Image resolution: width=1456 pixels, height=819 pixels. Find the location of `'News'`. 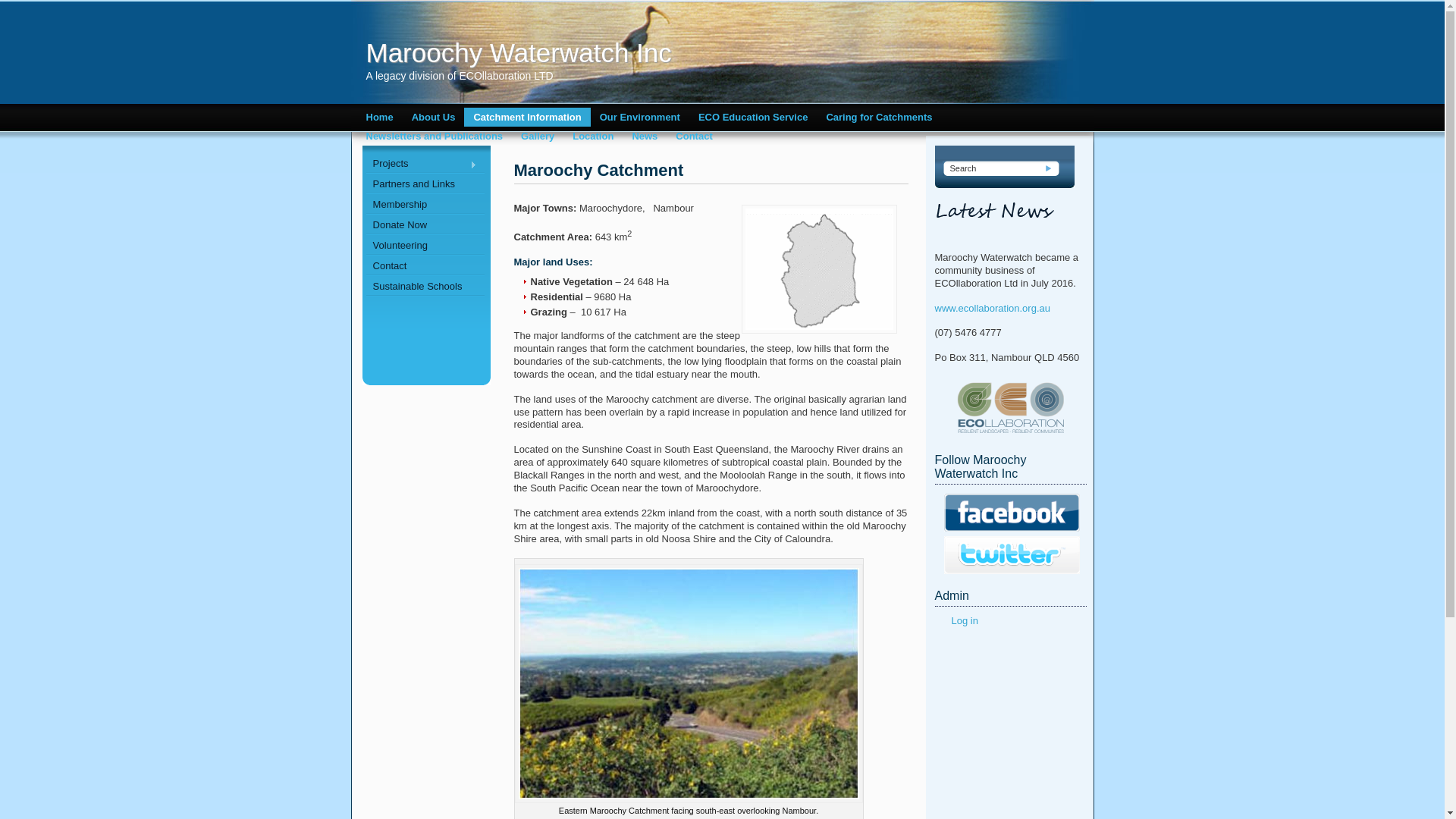

'News' is located at coordinates (644, 135).